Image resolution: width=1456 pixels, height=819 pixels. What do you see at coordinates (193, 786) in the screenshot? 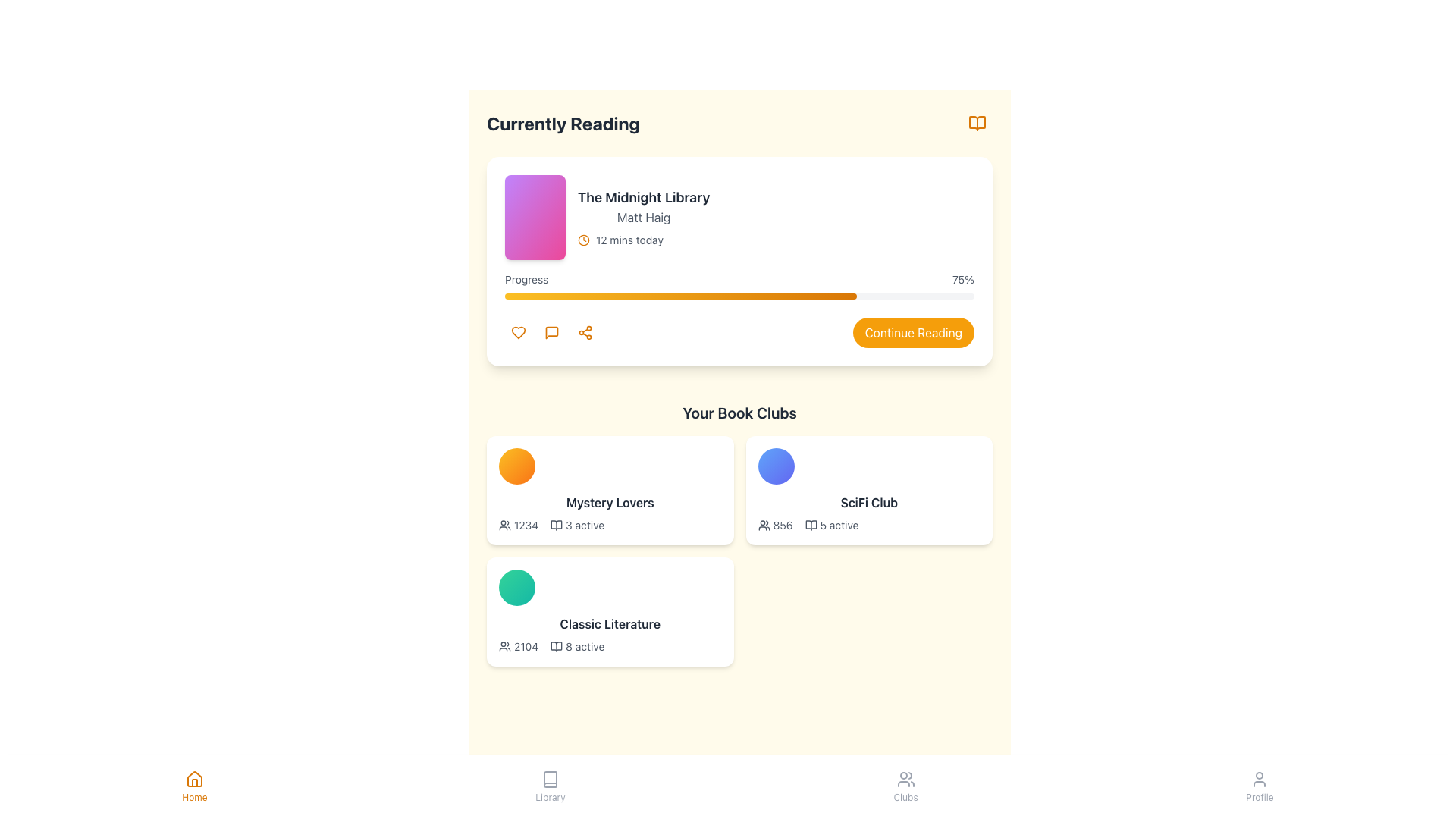
I see `the Navigation Button with the house icon and the text 'Home' to get feedback, which is styled in golden color and positioned as the leftmost item in the bottom navigation bar` at bounding box center [193, 786].